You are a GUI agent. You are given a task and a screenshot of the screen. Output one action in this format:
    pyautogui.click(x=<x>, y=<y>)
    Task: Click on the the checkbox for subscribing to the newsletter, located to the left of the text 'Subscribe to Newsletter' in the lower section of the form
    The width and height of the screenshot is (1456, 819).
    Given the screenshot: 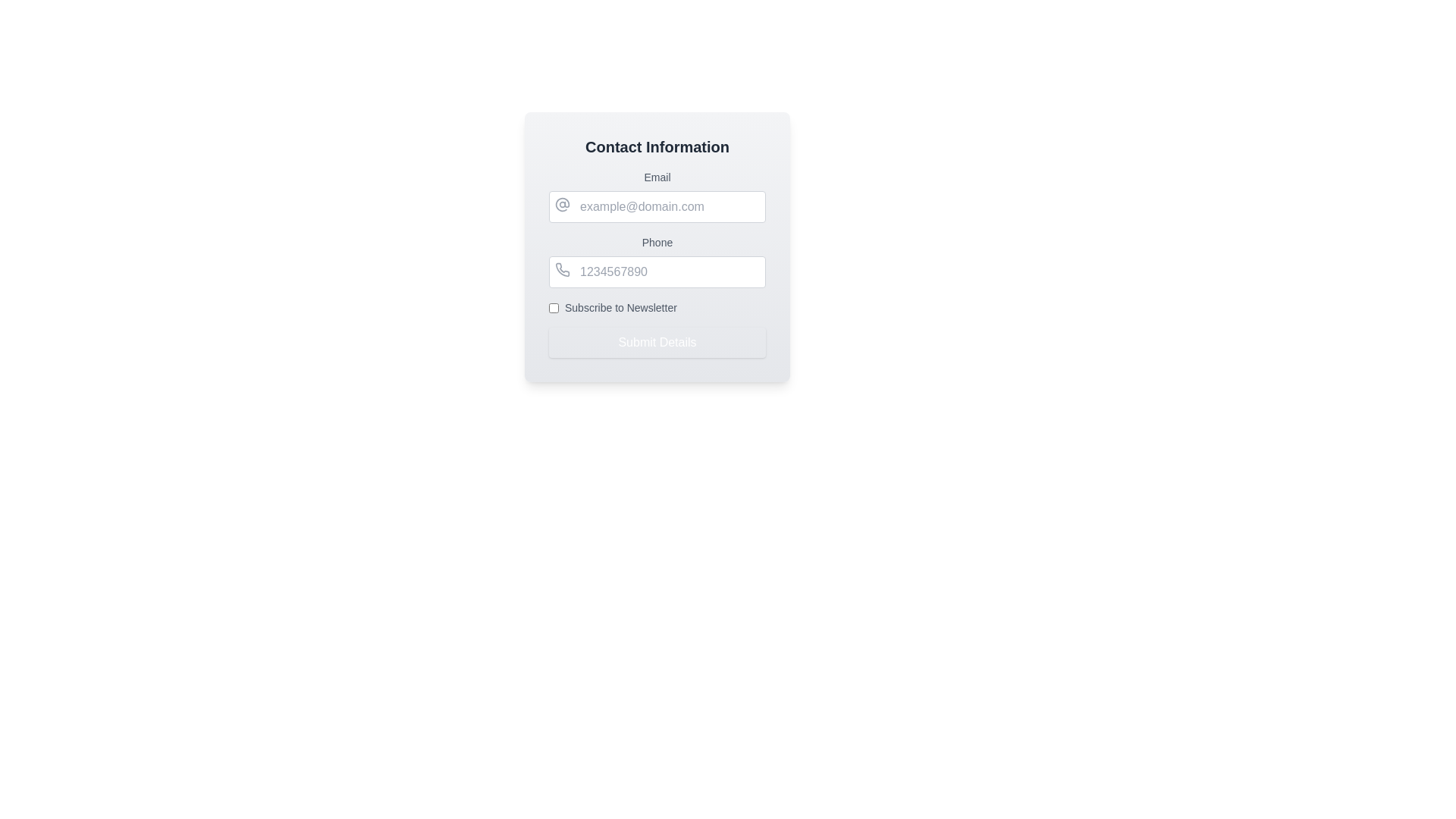 What is the action you would take?
    pyautogui.click(x=553, y=307)
    